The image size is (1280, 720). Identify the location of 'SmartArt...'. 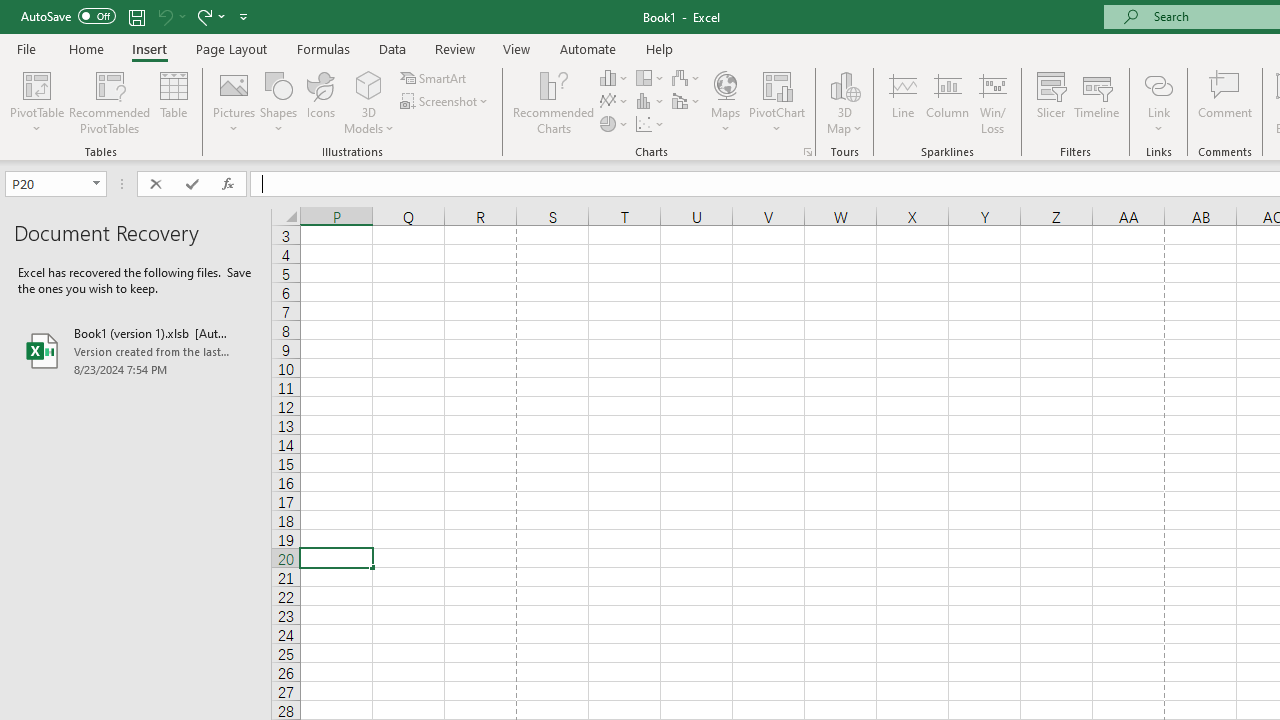
(434, 77).